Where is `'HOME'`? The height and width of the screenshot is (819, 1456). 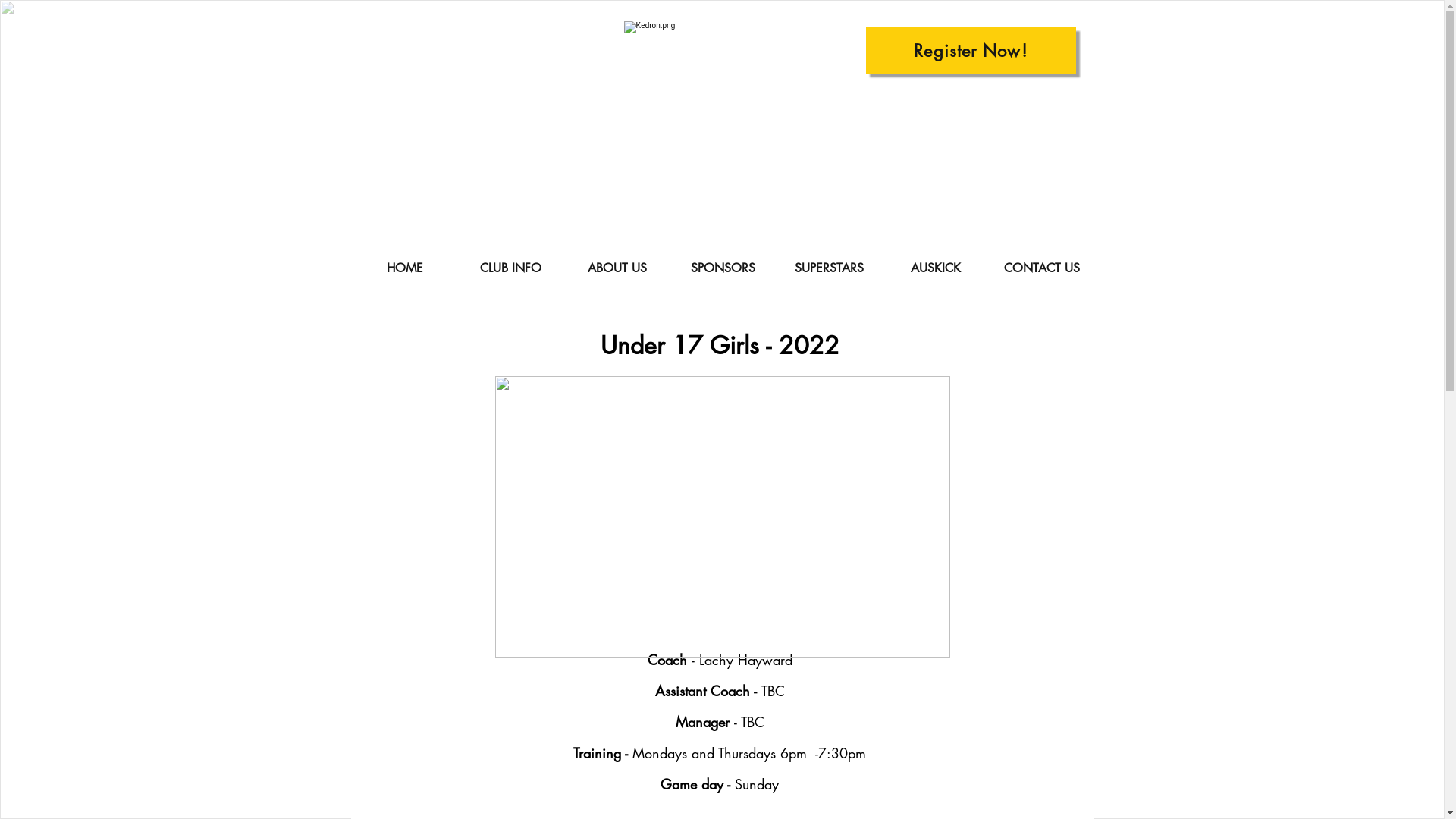 'HOME' is located at coordinates (404, 268).